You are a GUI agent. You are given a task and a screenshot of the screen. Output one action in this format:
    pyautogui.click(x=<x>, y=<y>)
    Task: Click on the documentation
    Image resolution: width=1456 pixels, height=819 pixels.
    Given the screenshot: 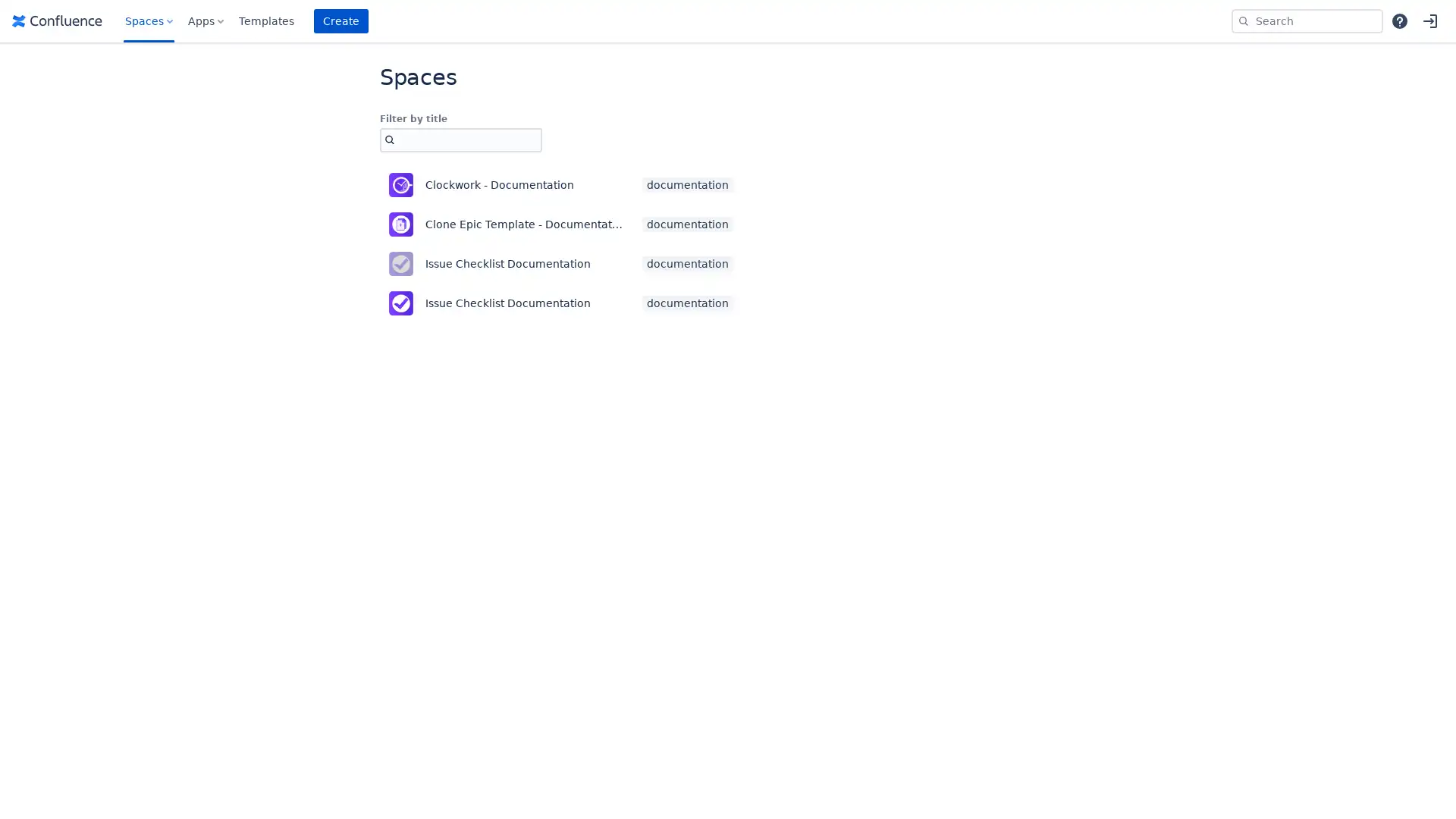 What is the action you would take?
    pyautogui.click(x=687, y=262)
    